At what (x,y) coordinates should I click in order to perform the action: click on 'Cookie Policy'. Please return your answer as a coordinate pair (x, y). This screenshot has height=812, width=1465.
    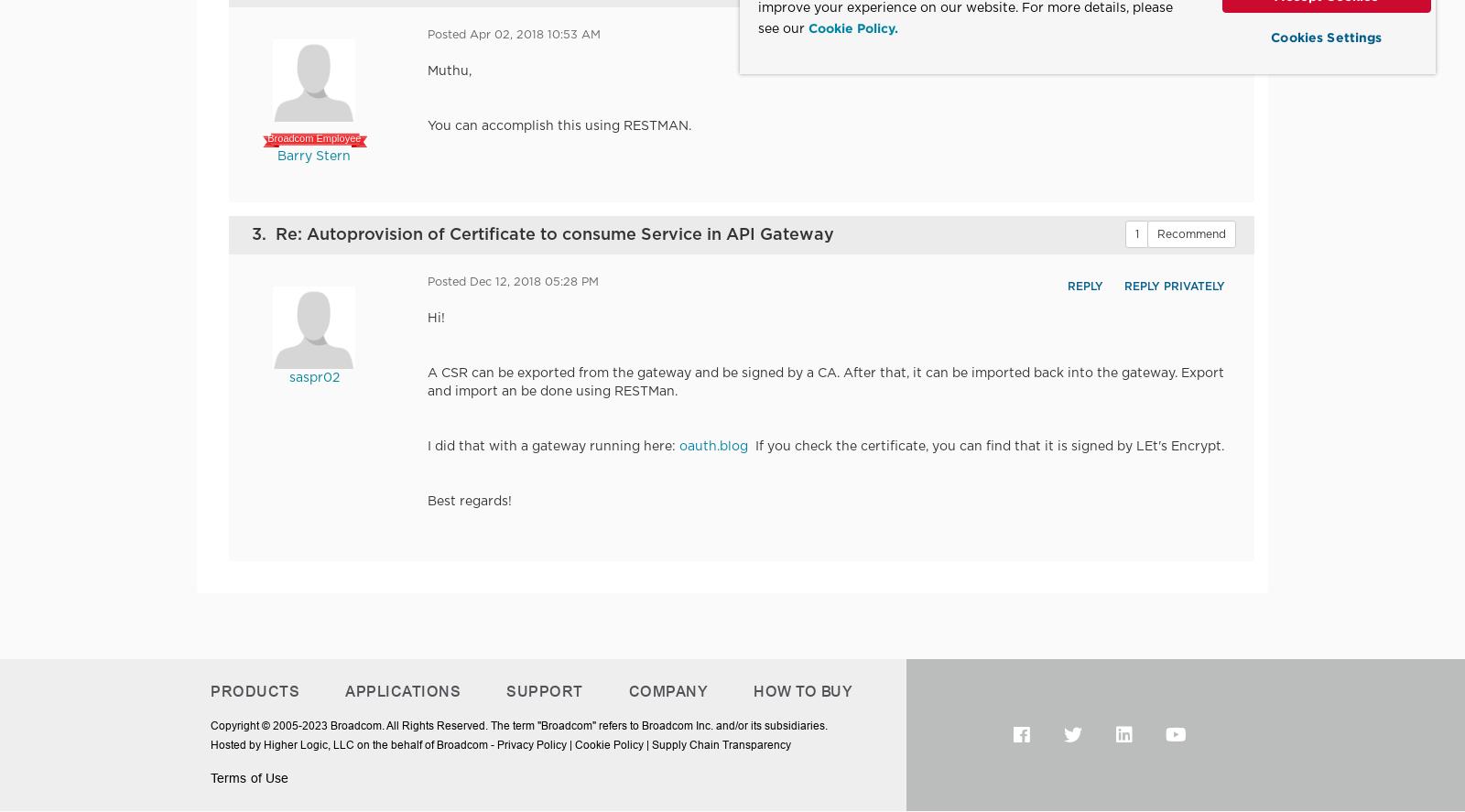
    Looking at the image, I should click on (609, 744).